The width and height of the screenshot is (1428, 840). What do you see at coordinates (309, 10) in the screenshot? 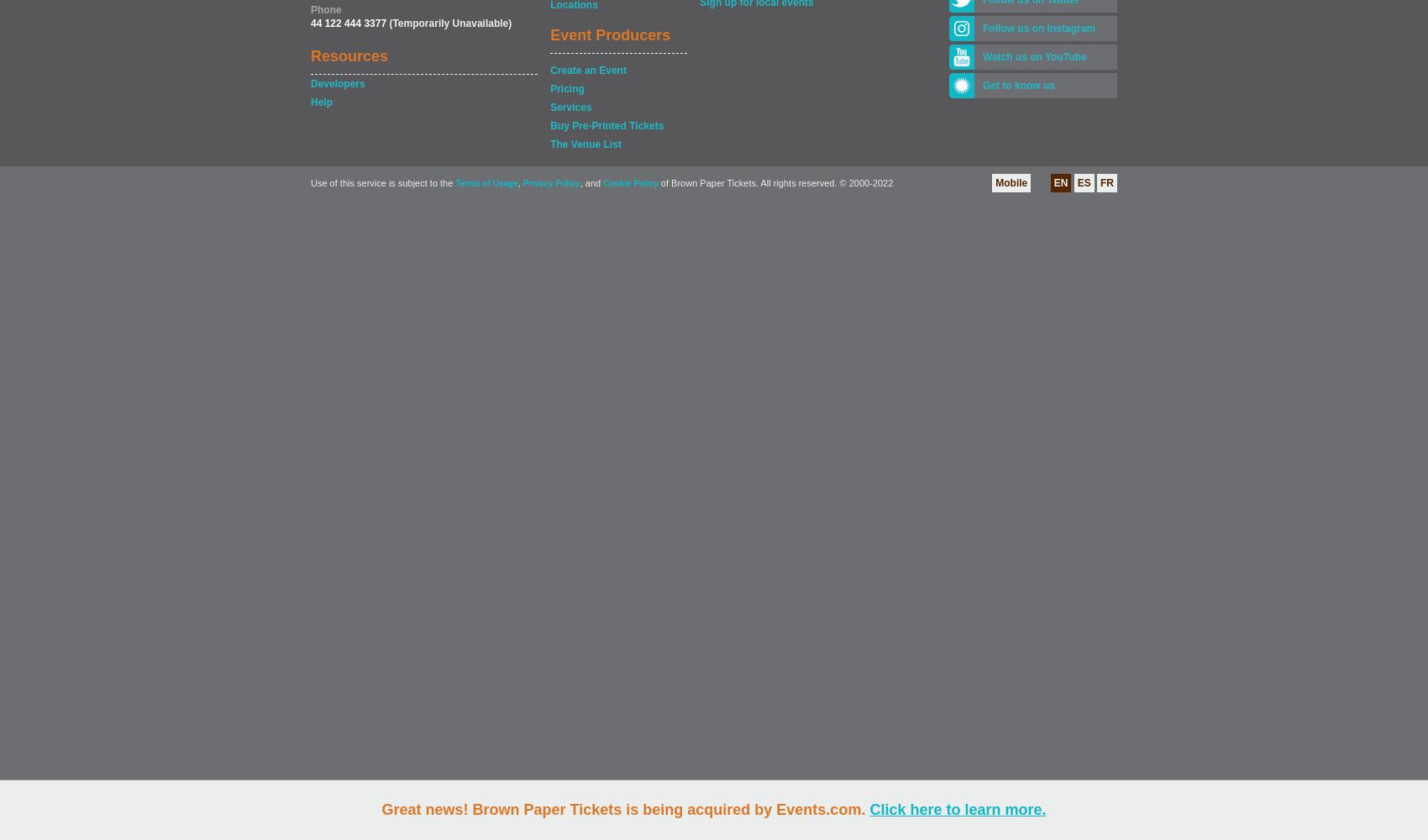
I see `'Phone'` at bounding box center [309, 10].